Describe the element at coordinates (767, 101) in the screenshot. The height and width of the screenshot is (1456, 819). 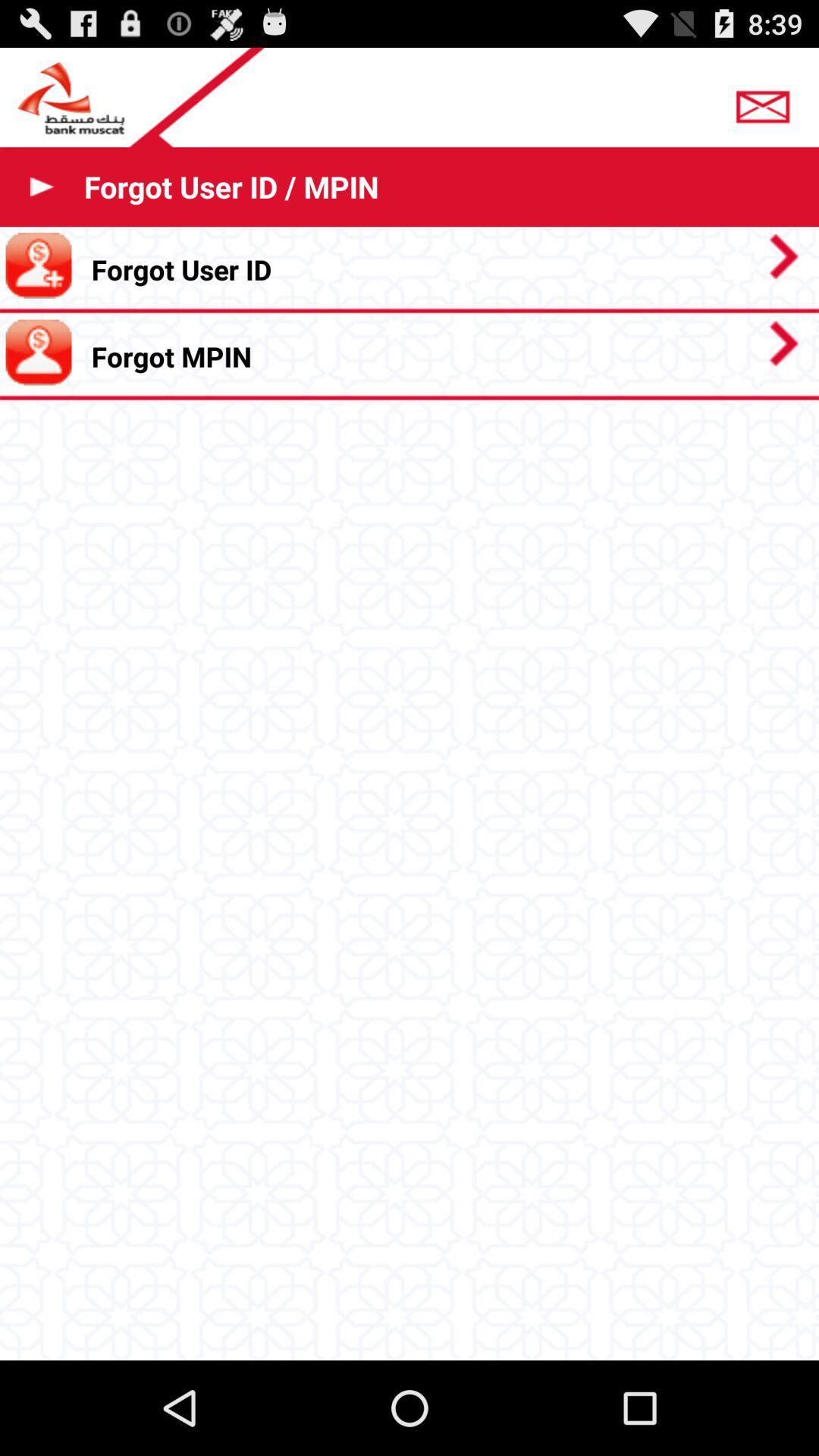
I see `email bank` at that location.